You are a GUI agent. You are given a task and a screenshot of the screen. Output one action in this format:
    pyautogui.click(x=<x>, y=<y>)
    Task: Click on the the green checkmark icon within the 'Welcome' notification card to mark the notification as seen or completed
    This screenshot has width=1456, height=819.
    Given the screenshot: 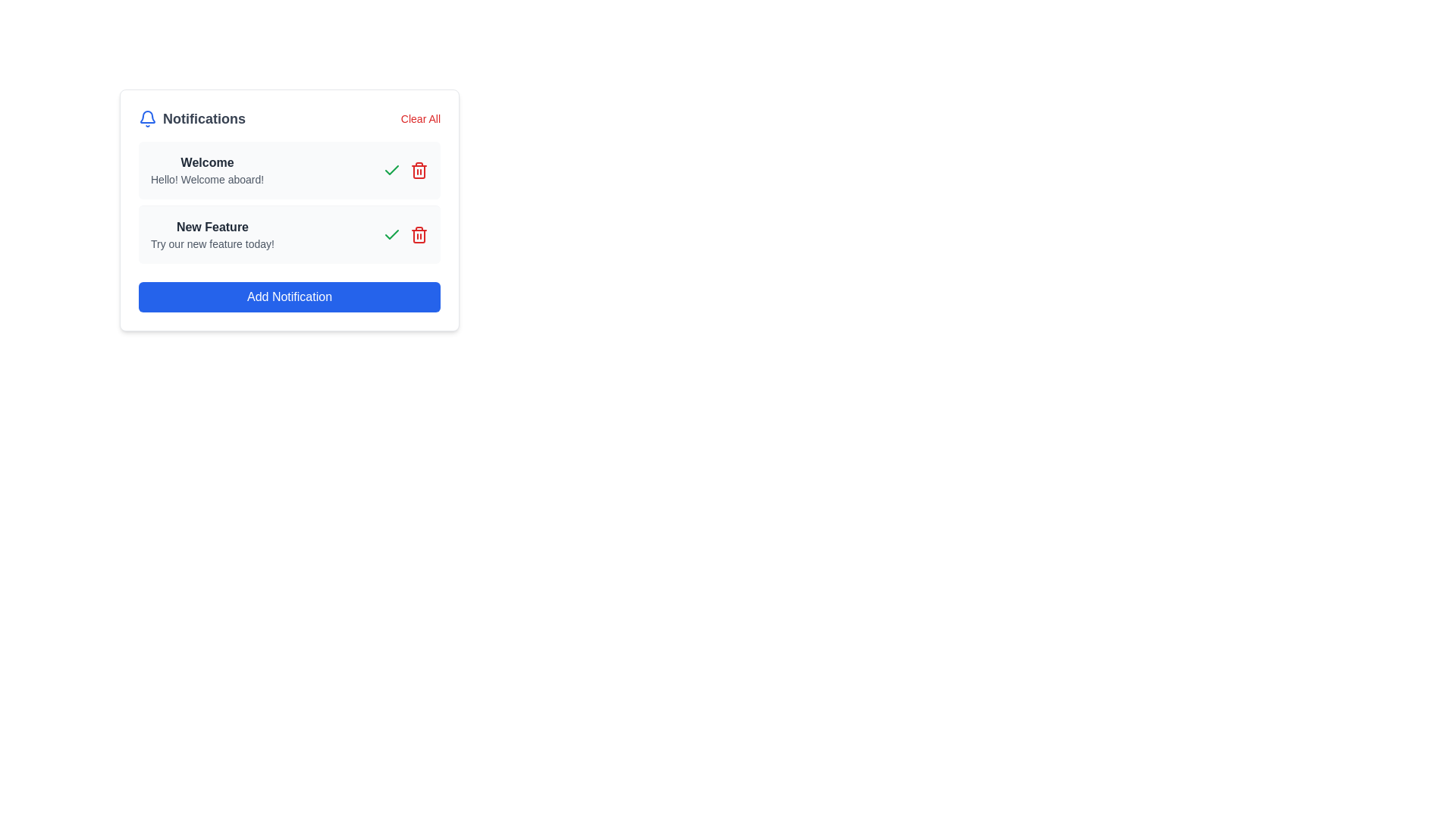 What is the action you would take?
    pyautogui.click(x=392, y=170)
    